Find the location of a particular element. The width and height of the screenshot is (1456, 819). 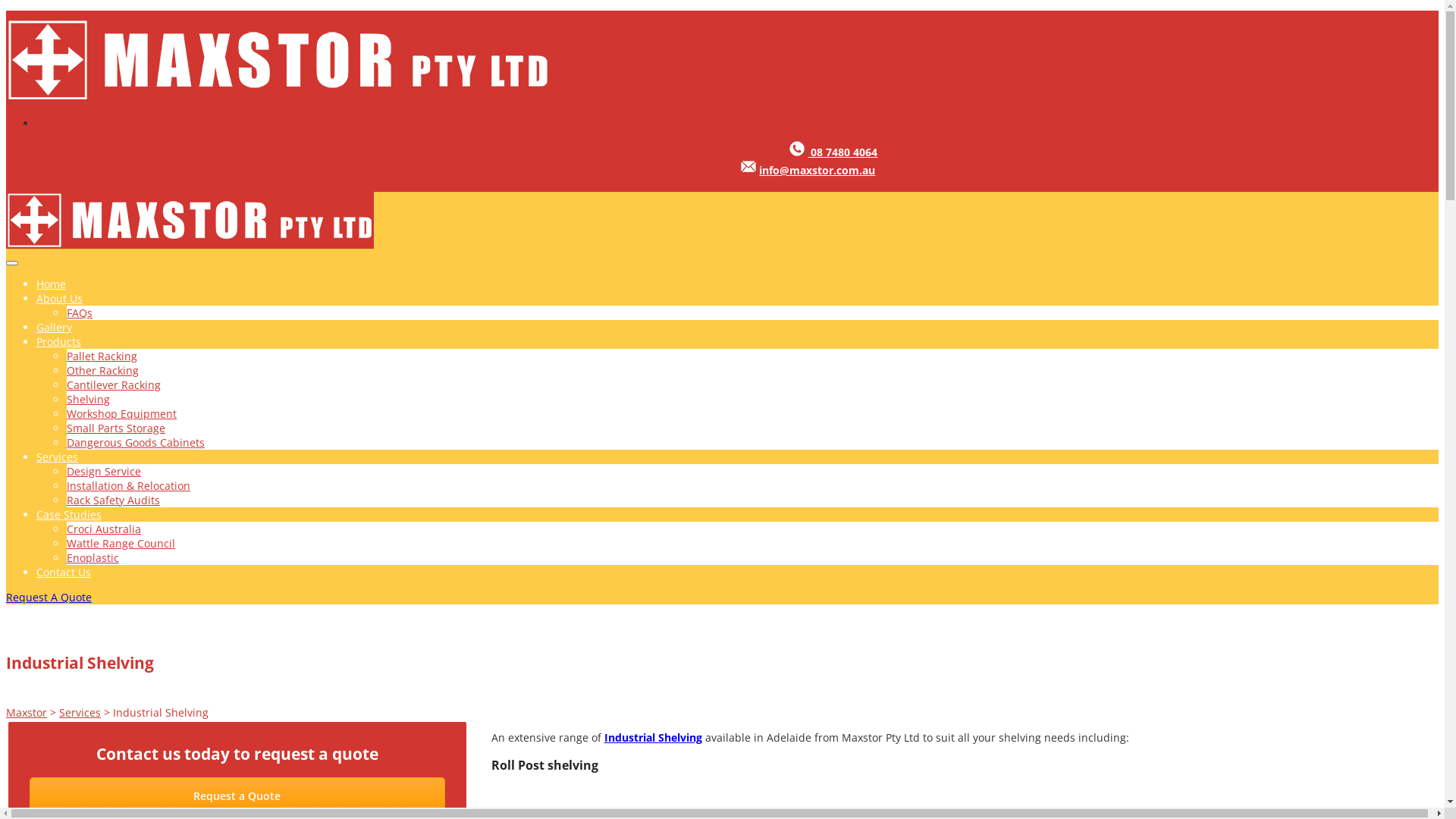

'Case Studies' is located at coordinates (36, 513).